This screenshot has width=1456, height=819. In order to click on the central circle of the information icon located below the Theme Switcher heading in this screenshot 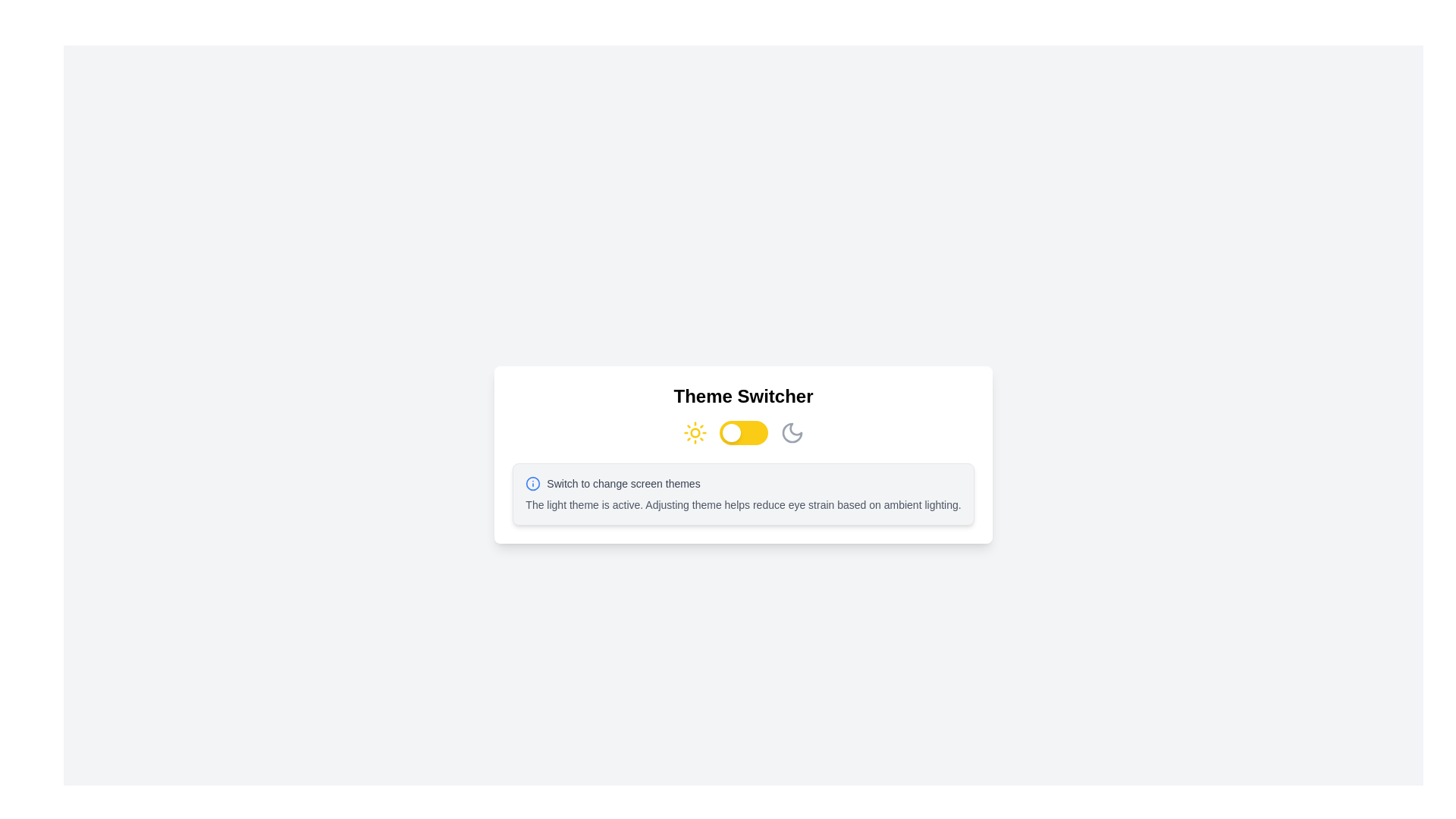, I will do `click(533, 483)`.